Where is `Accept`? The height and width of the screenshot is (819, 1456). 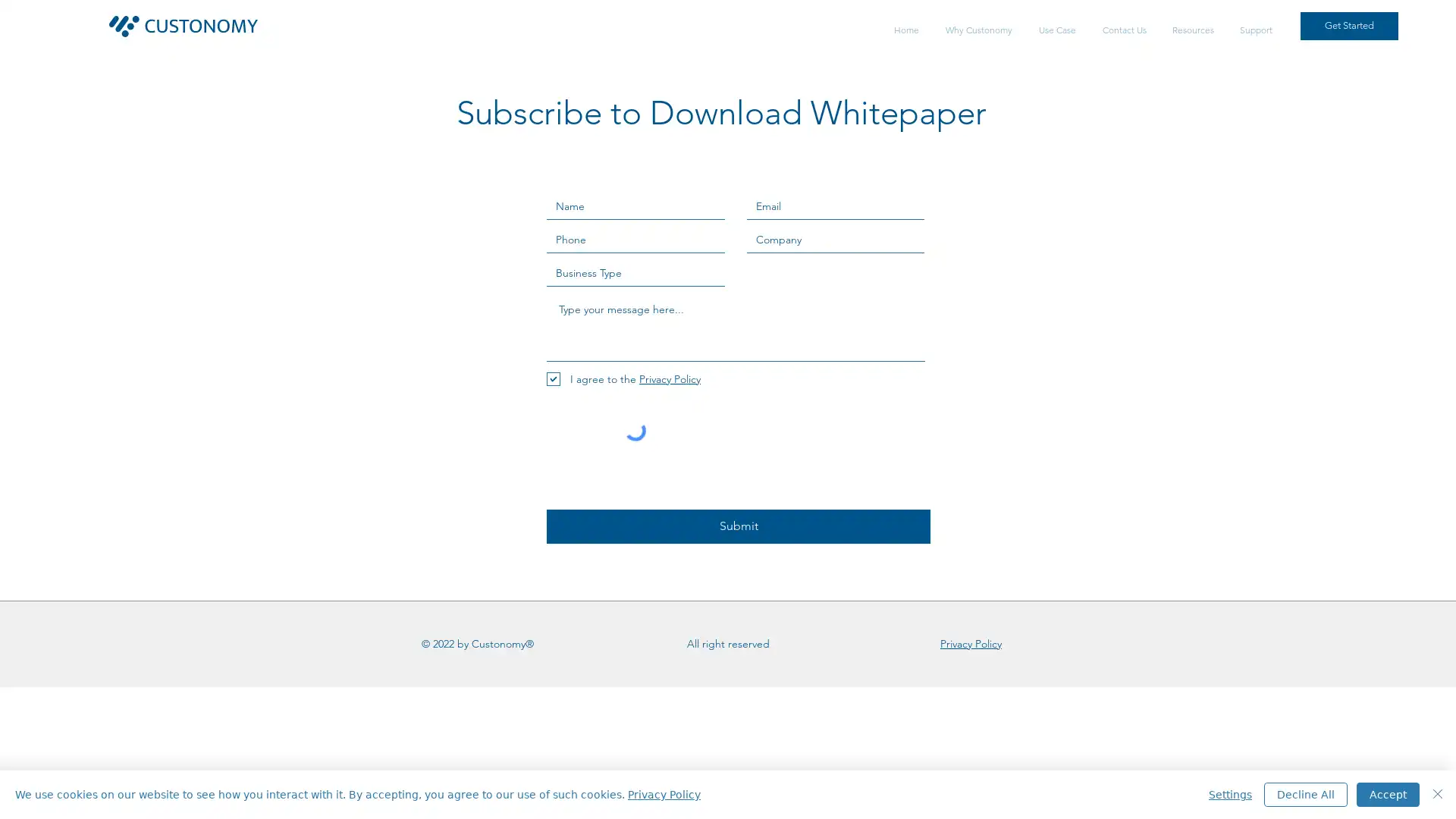
Accept is located at coordinates (1388, 794).